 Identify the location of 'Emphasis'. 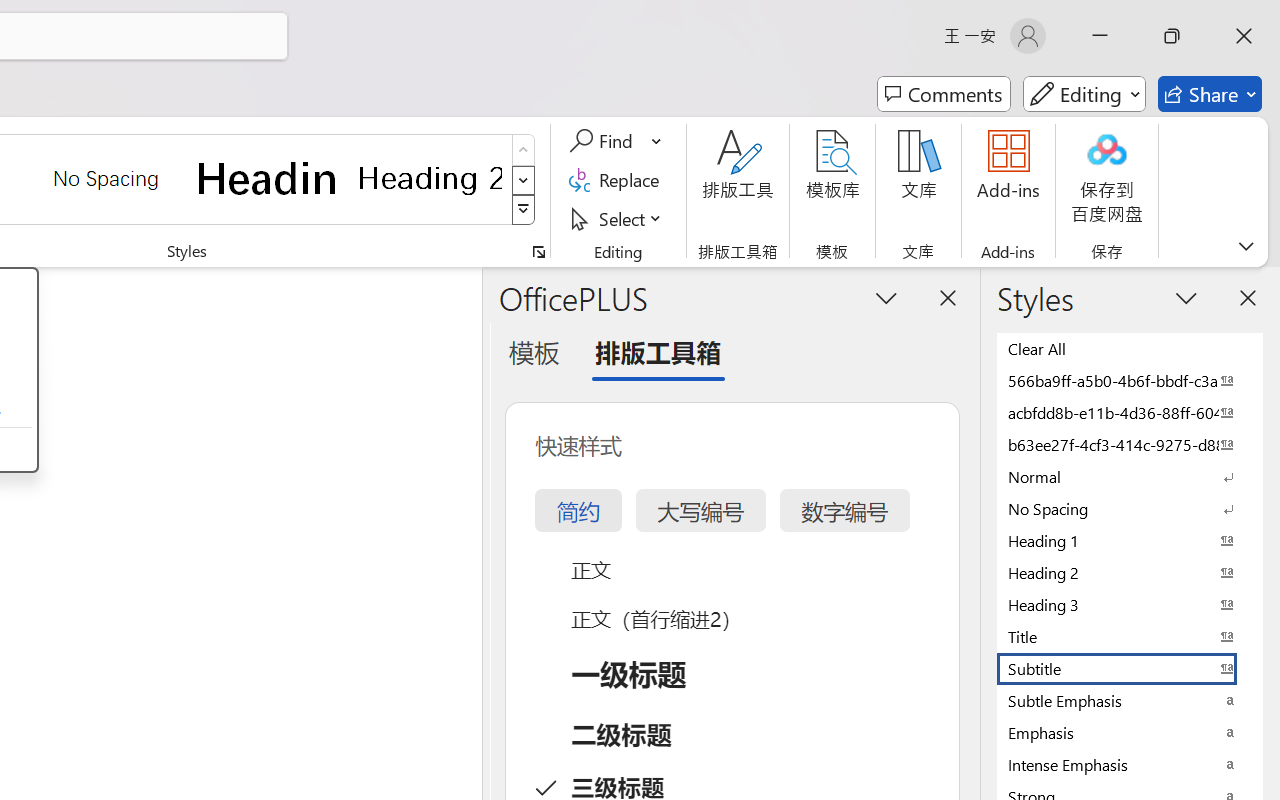
(1130, 731).